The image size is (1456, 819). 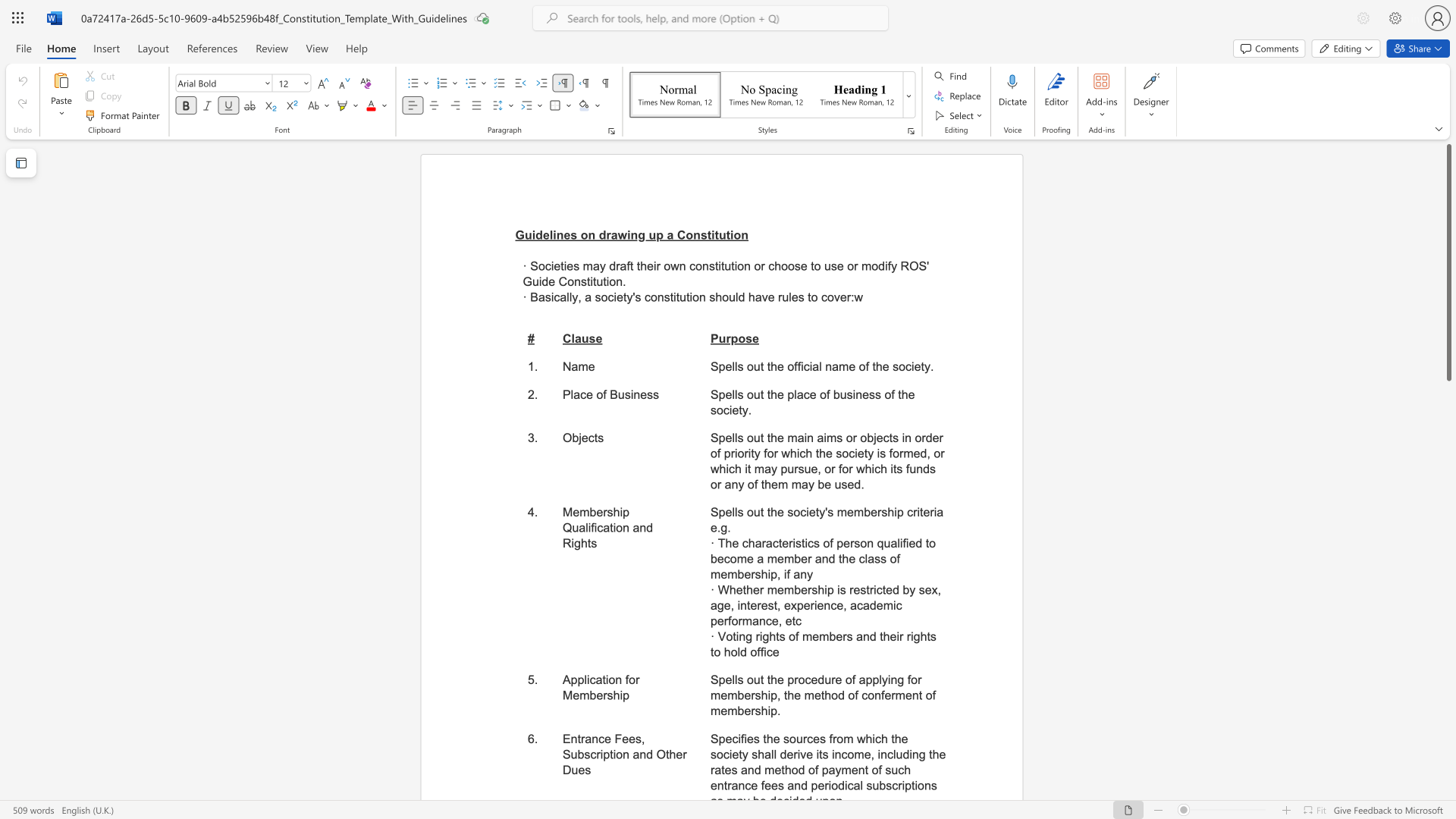 I want to click on the subset text "les to cove" within the text "society", so click(x=789, y=297).